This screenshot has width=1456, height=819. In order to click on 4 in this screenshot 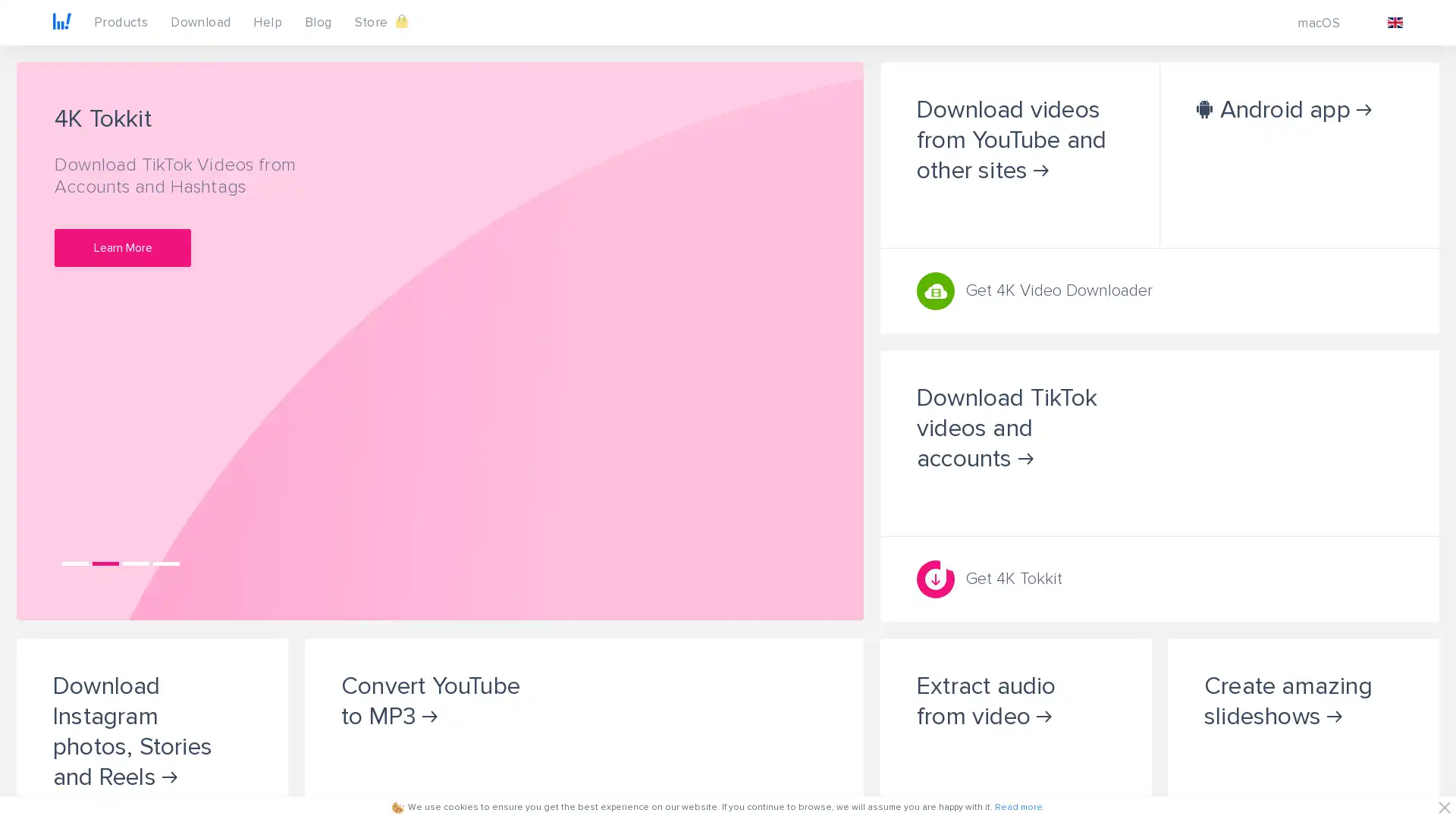, I will do `click(166, 563)`.